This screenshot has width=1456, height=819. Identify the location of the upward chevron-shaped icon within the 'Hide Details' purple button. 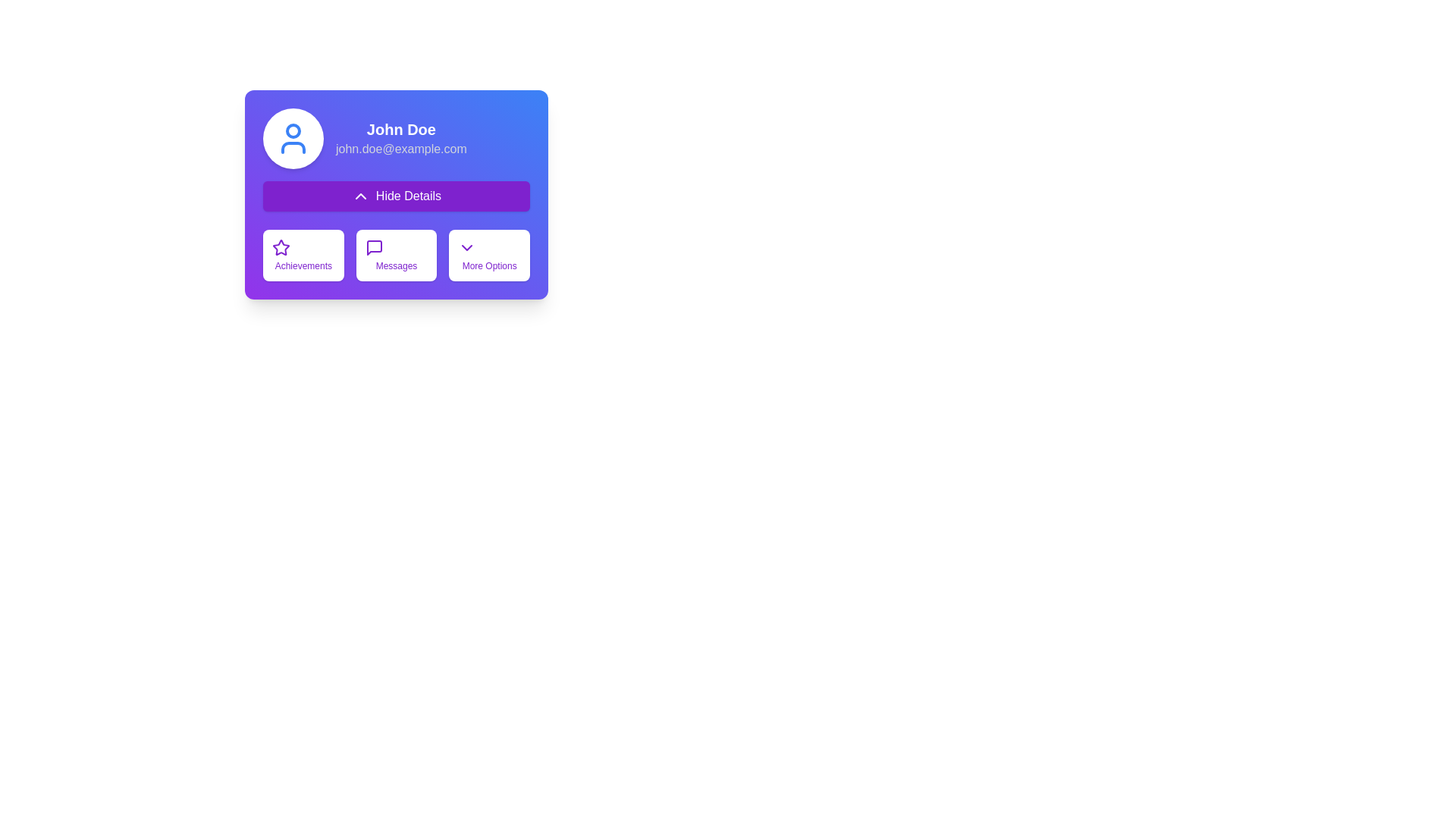
(359, 195).